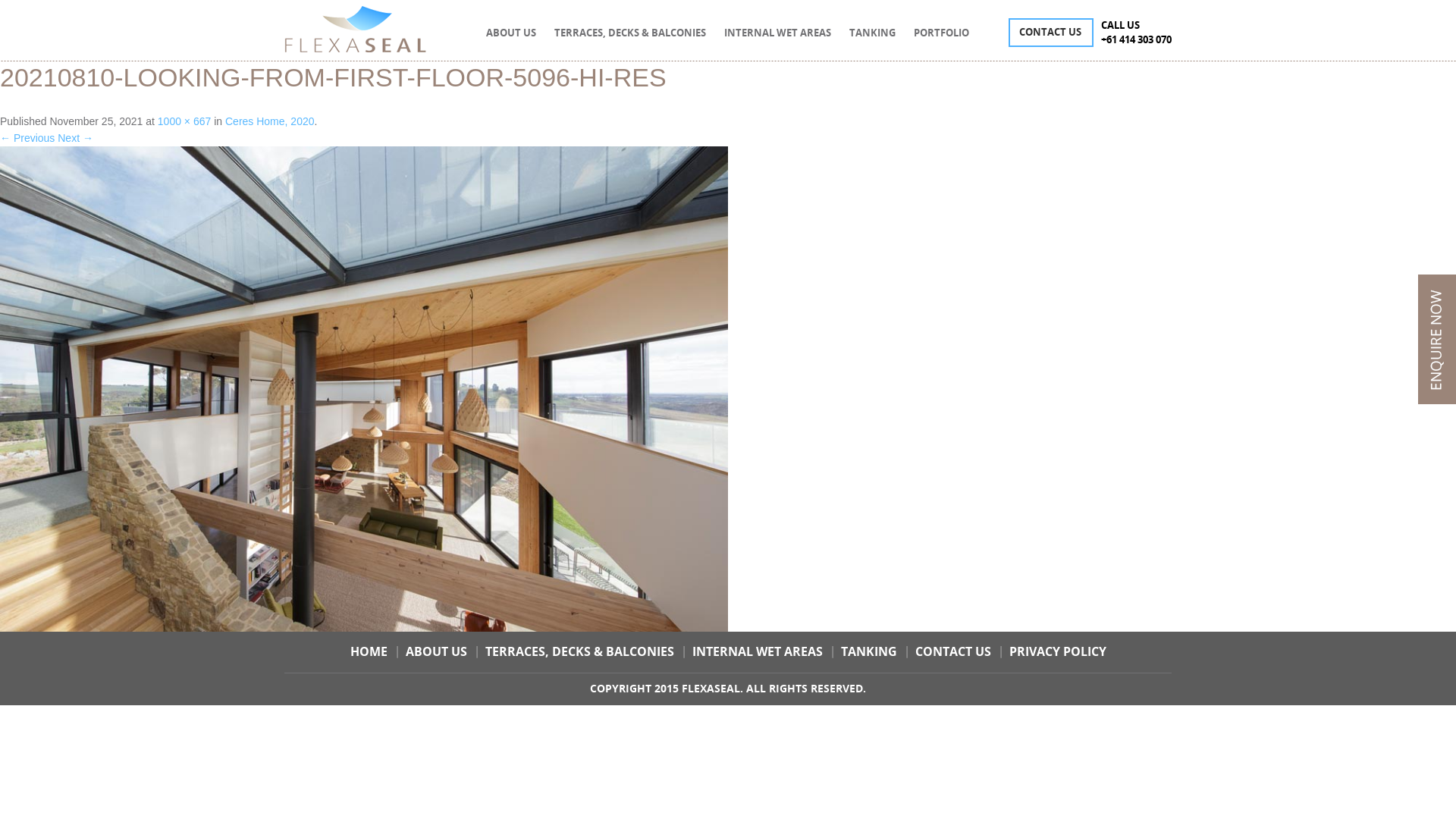 The width and height of the screenshot is (1456, 819). Describe the element at coordinates (1008, 651) in the screenshot. I see `'PRIVACY POLICY'` at that location.